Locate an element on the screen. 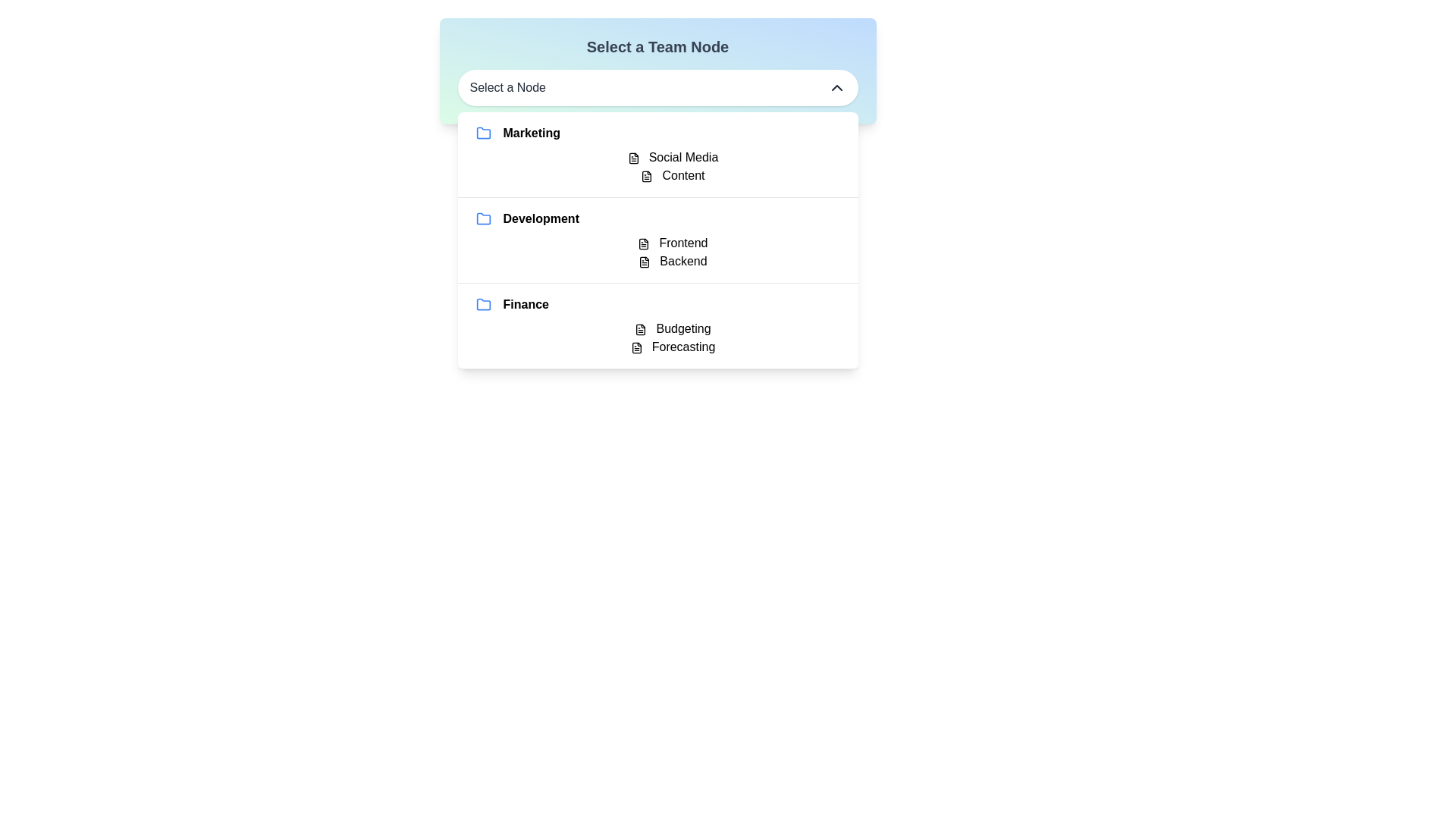 This screenshot has height=819, width=1456. the folder icon representing the 'Marketing' menu item is located at coordinates (482, 132).